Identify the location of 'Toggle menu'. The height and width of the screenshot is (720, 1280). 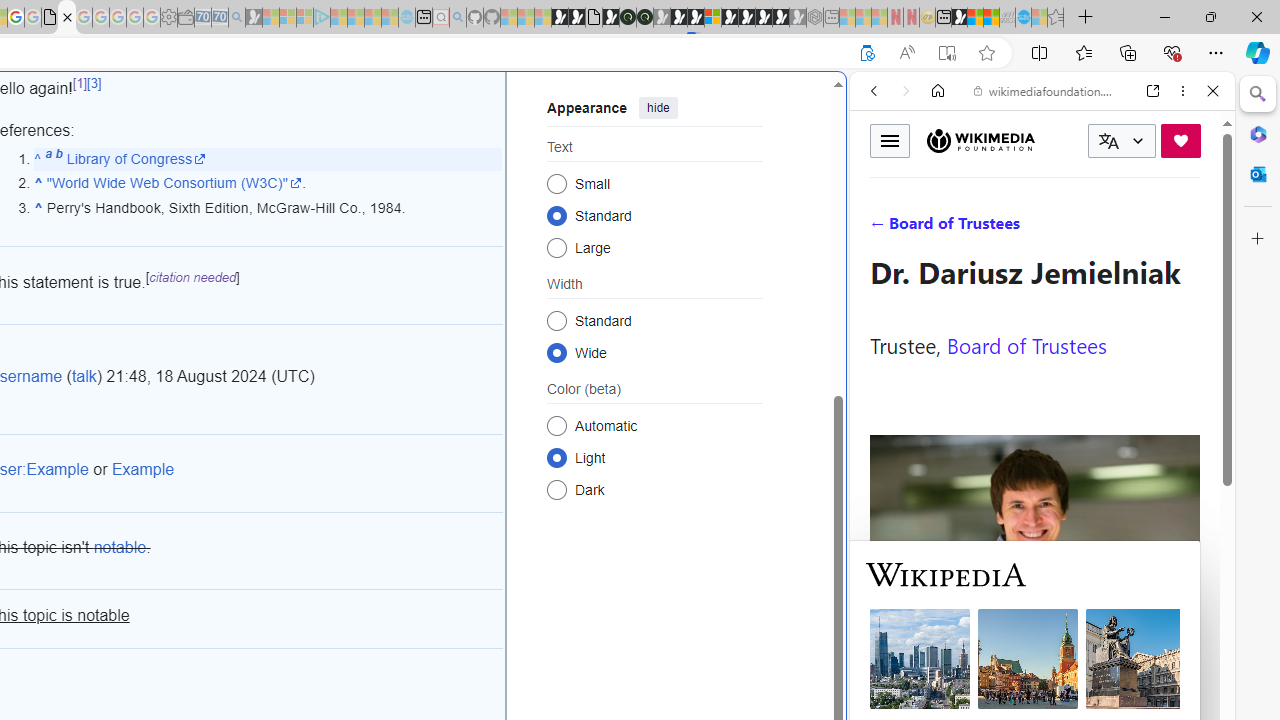
(889, 139).